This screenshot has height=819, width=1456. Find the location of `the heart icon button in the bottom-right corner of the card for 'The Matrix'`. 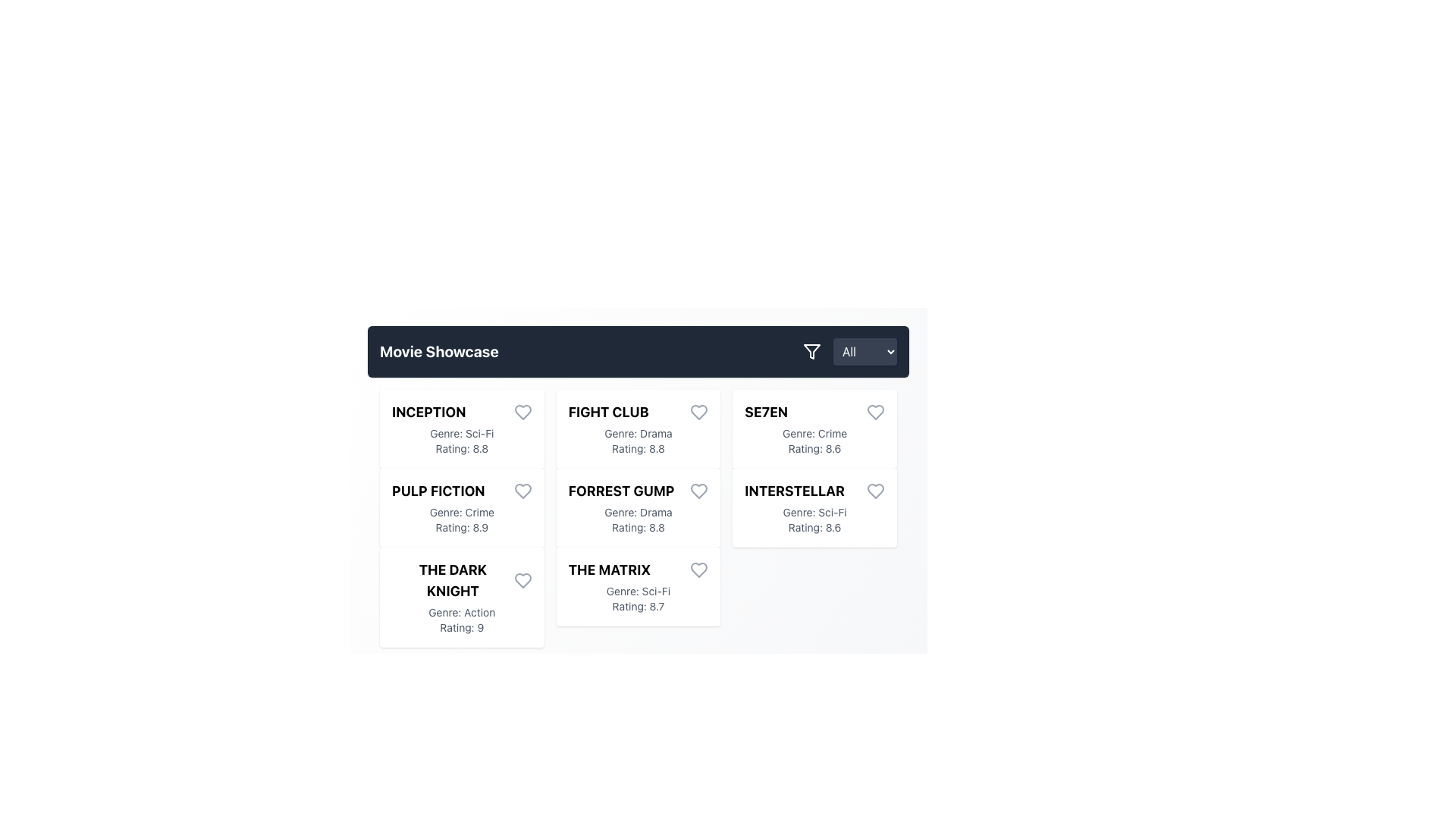

the heart icon button in the bottom-right corner of the card for 'The Matrix' is located at coordinates (698, 570).